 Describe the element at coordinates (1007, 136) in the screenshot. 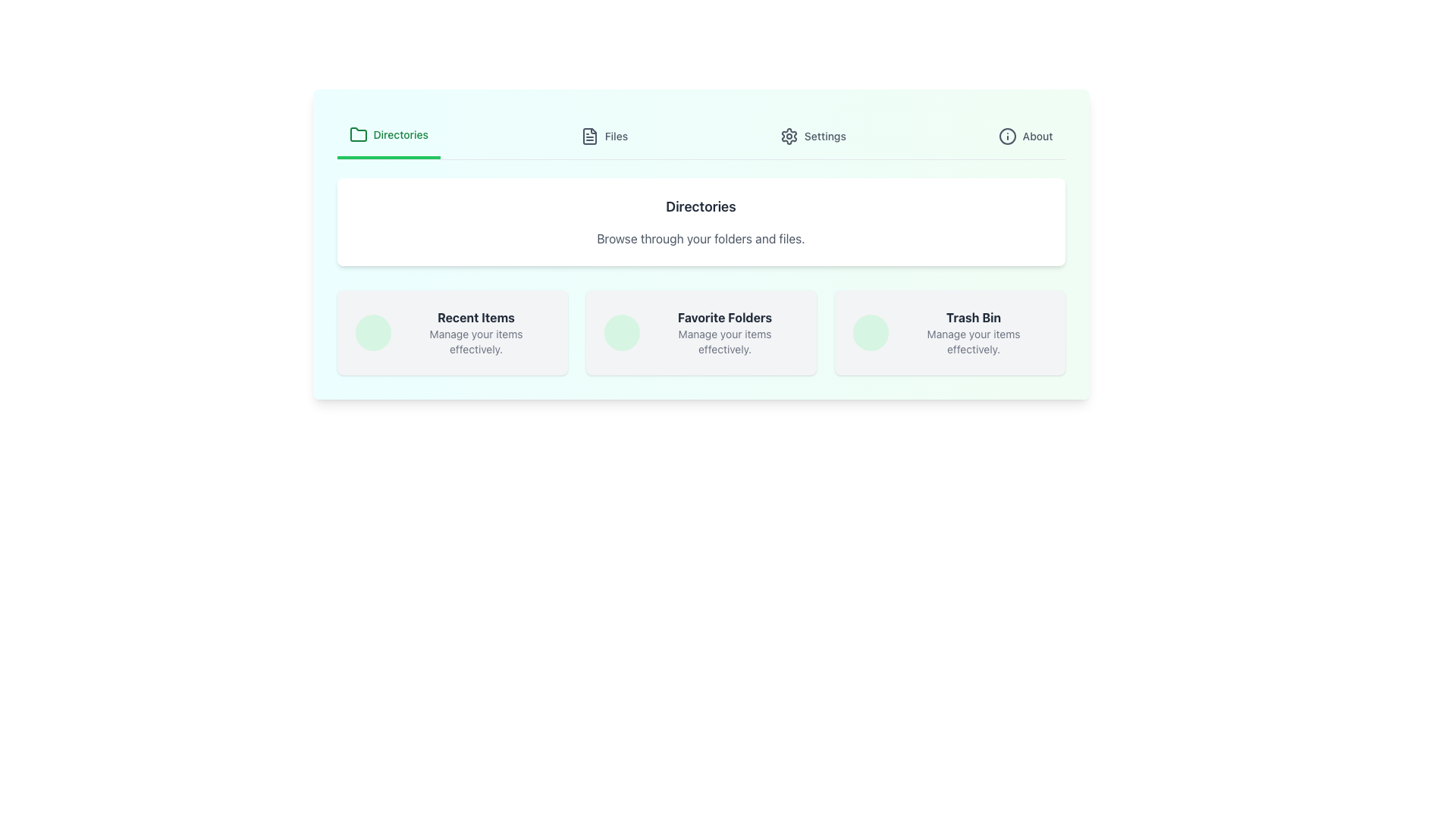

I see `the information icon located in the 'About' section of the horizontal navigation menu at the top of the interface` at that location.